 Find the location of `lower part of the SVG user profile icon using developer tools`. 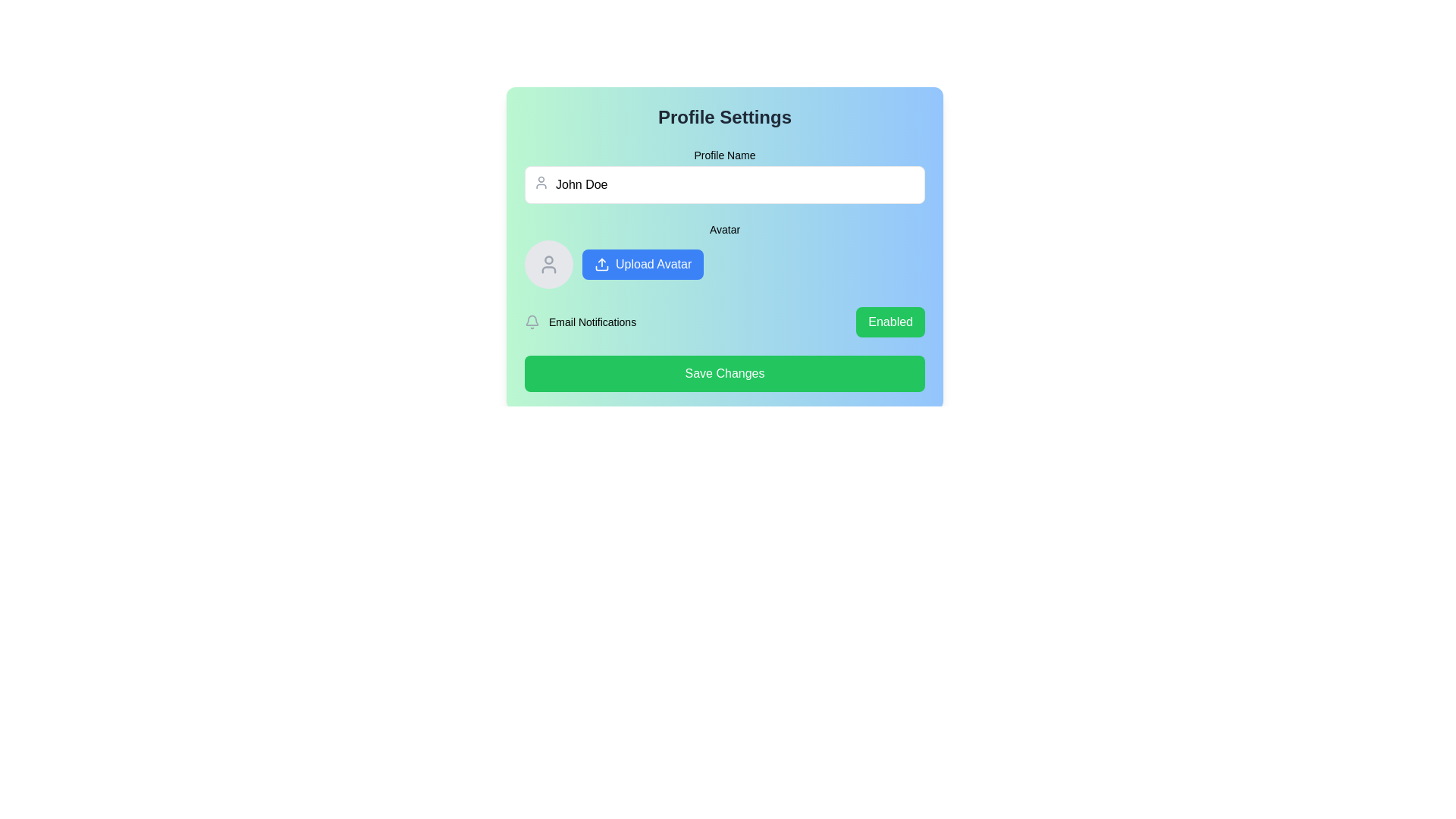

lower part of the SVG user profile icon using developer tools is located at coordinates (548, 268).